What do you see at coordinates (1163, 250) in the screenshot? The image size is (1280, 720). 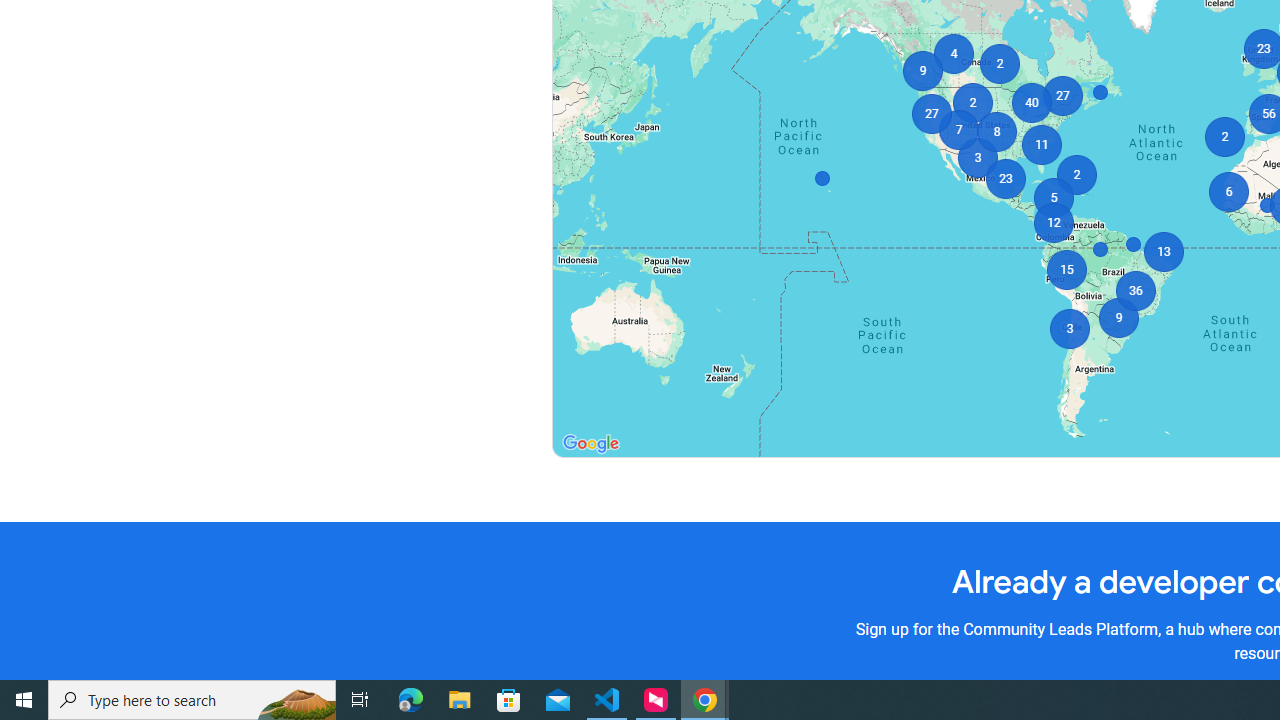 I see `'13'` at bounding box center [1163, 250].